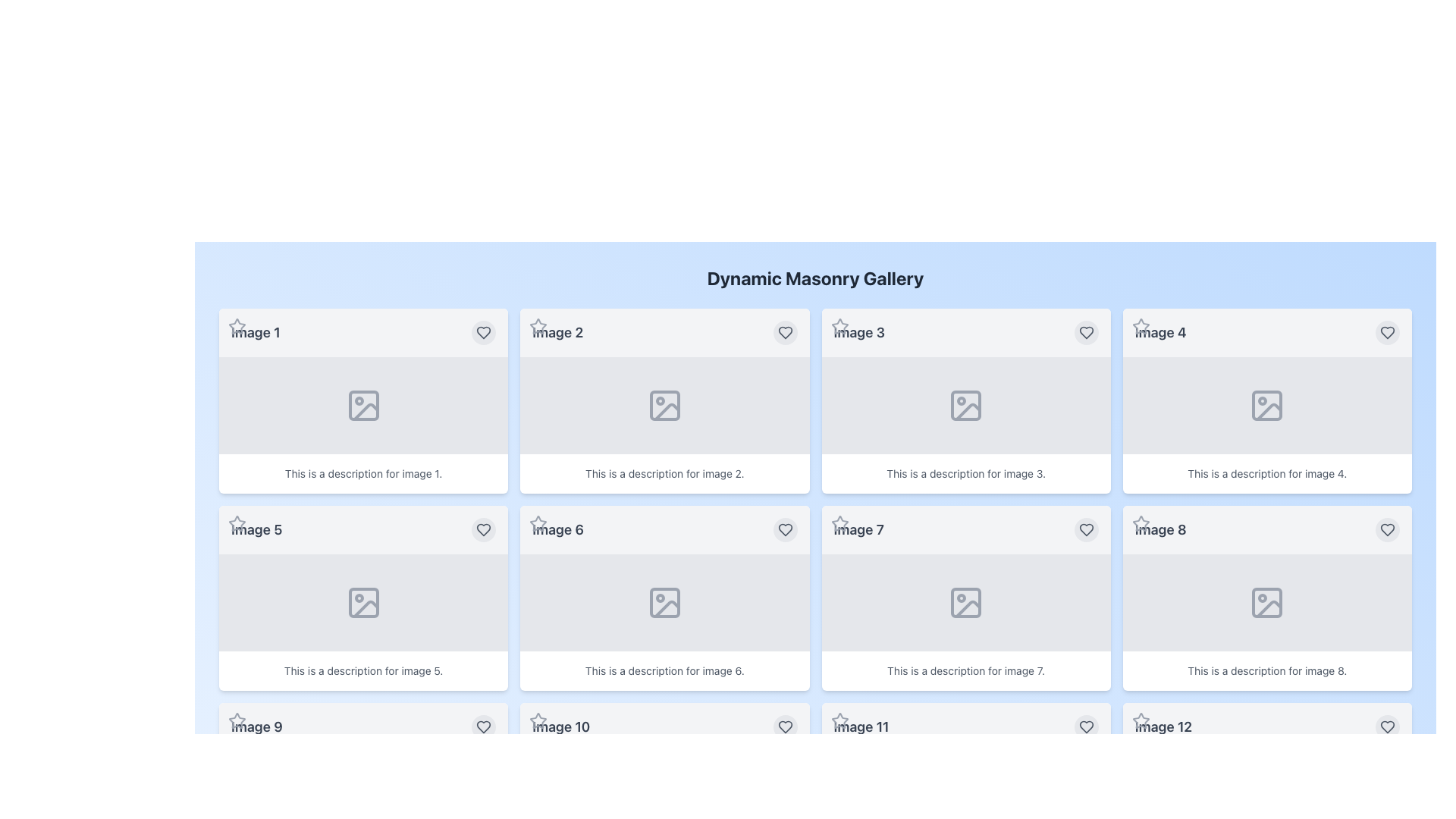 The width and height of the screenshot is (1456, 819). What do you see at coordinates (858, 529) in the screenshot?
I see `the text label displaying 'Image 7'` at bounding box center [858, 529].